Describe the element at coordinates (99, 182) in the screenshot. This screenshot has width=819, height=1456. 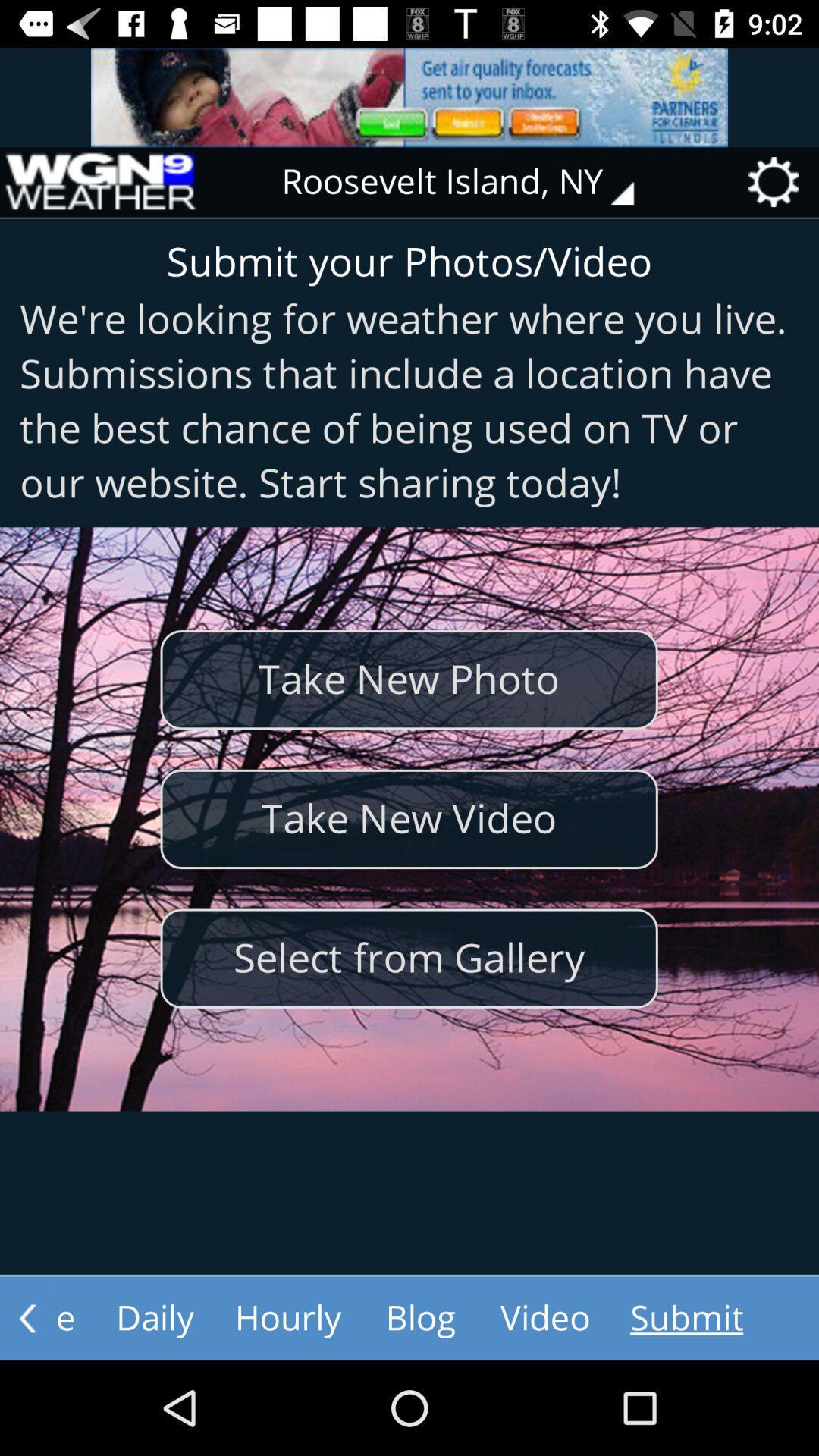
I see `the item to the left of roosevelt island, ny icon` at that location.